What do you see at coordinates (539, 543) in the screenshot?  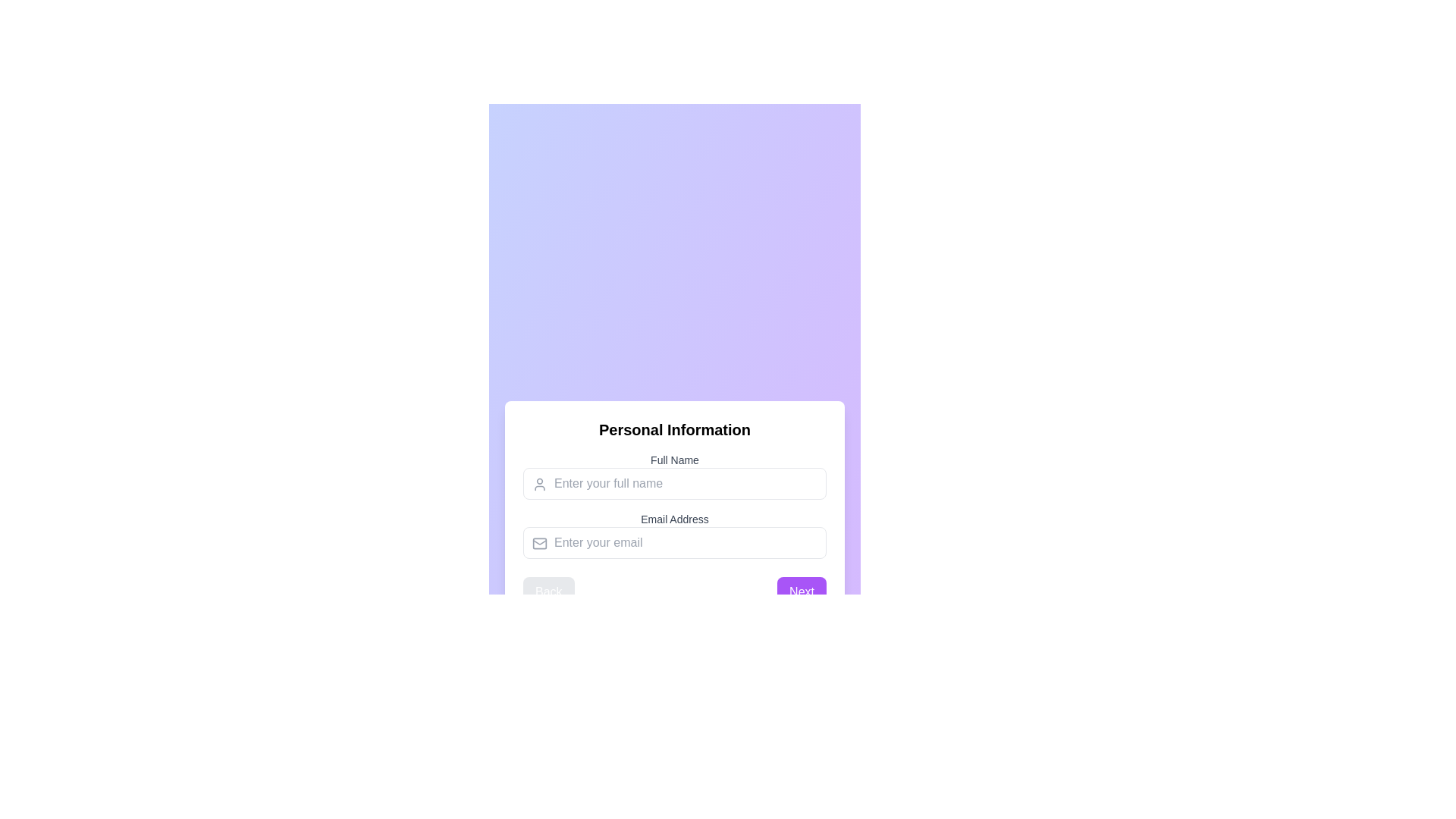 I see `the gray envelope icon located inside the 'Email Address' input field, positioned to the left of the placeholder text 'Enter your email.'` at bounding box center [539, 543].